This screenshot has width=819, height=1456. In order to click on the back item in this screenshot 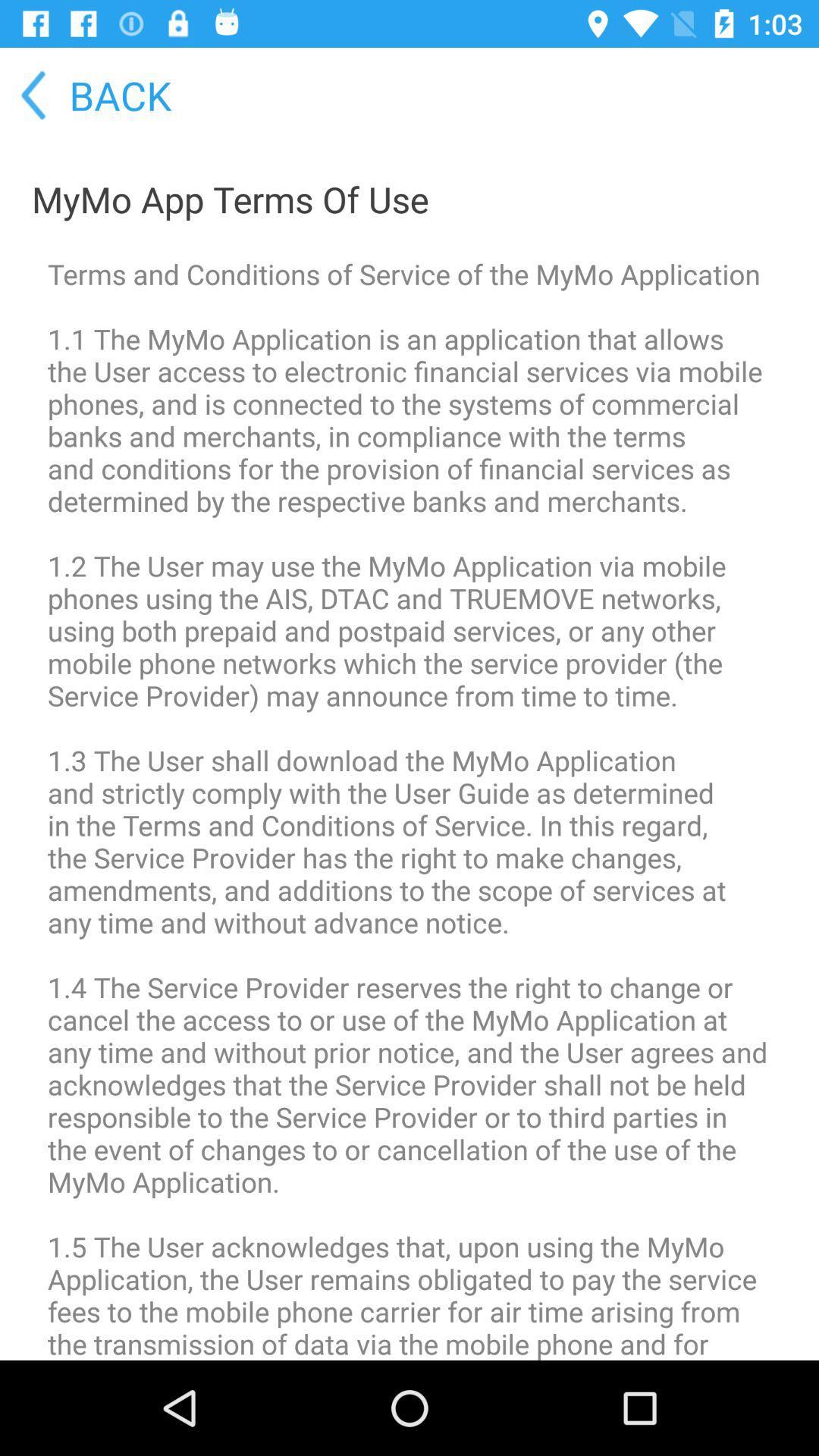, I will do `click(87, 94)`.